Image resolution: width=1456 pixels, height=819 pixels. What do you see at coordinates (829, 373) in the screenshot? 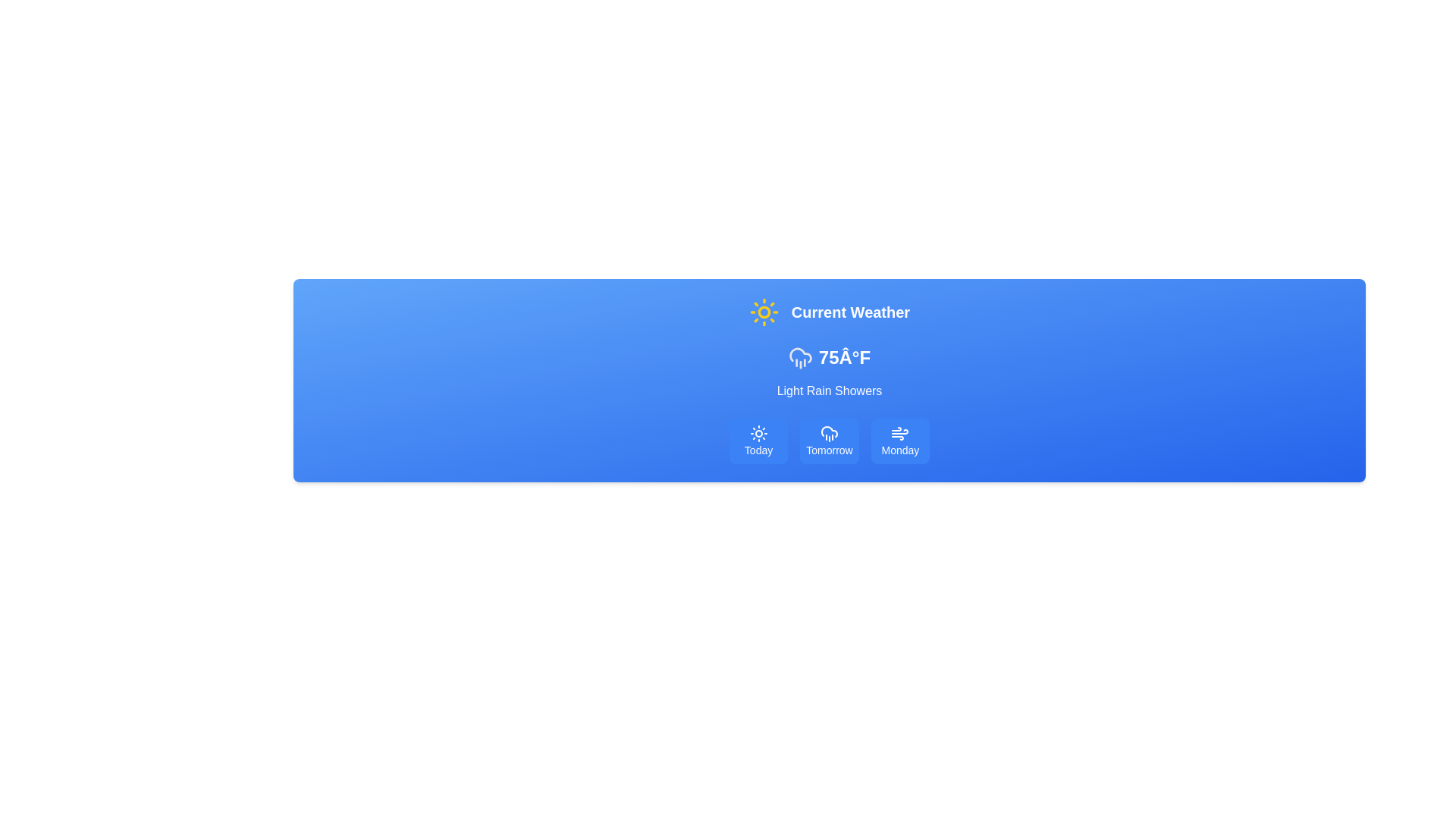
I see `weather information displayed in the composite weather display element located below the main title 'Current Weather' and above the buttons 'Today', 'Tomorrow', and 'Monday'` at bounding box center [829, 373].